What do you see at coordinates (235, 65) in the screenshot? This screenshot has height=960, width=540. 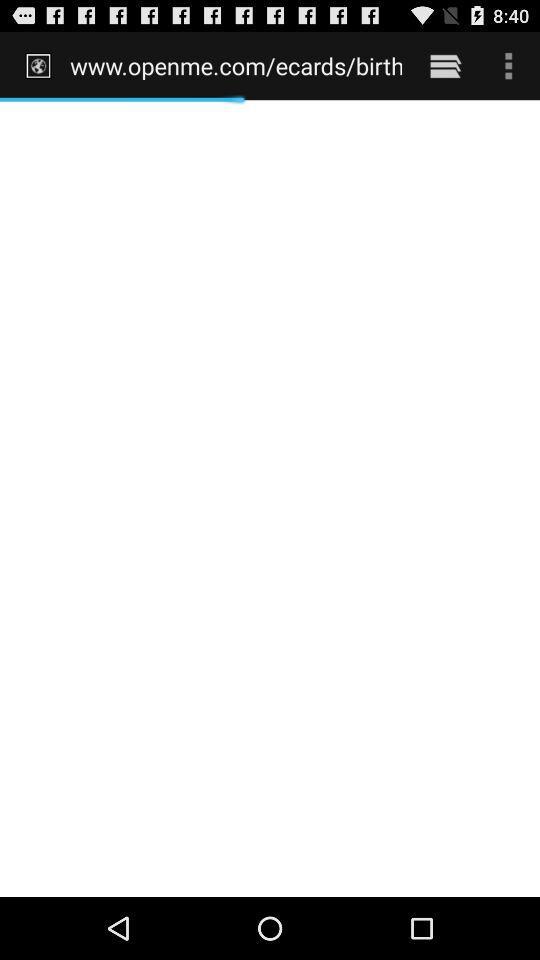 I see `the item at the top` at bounding box center [235, 65].